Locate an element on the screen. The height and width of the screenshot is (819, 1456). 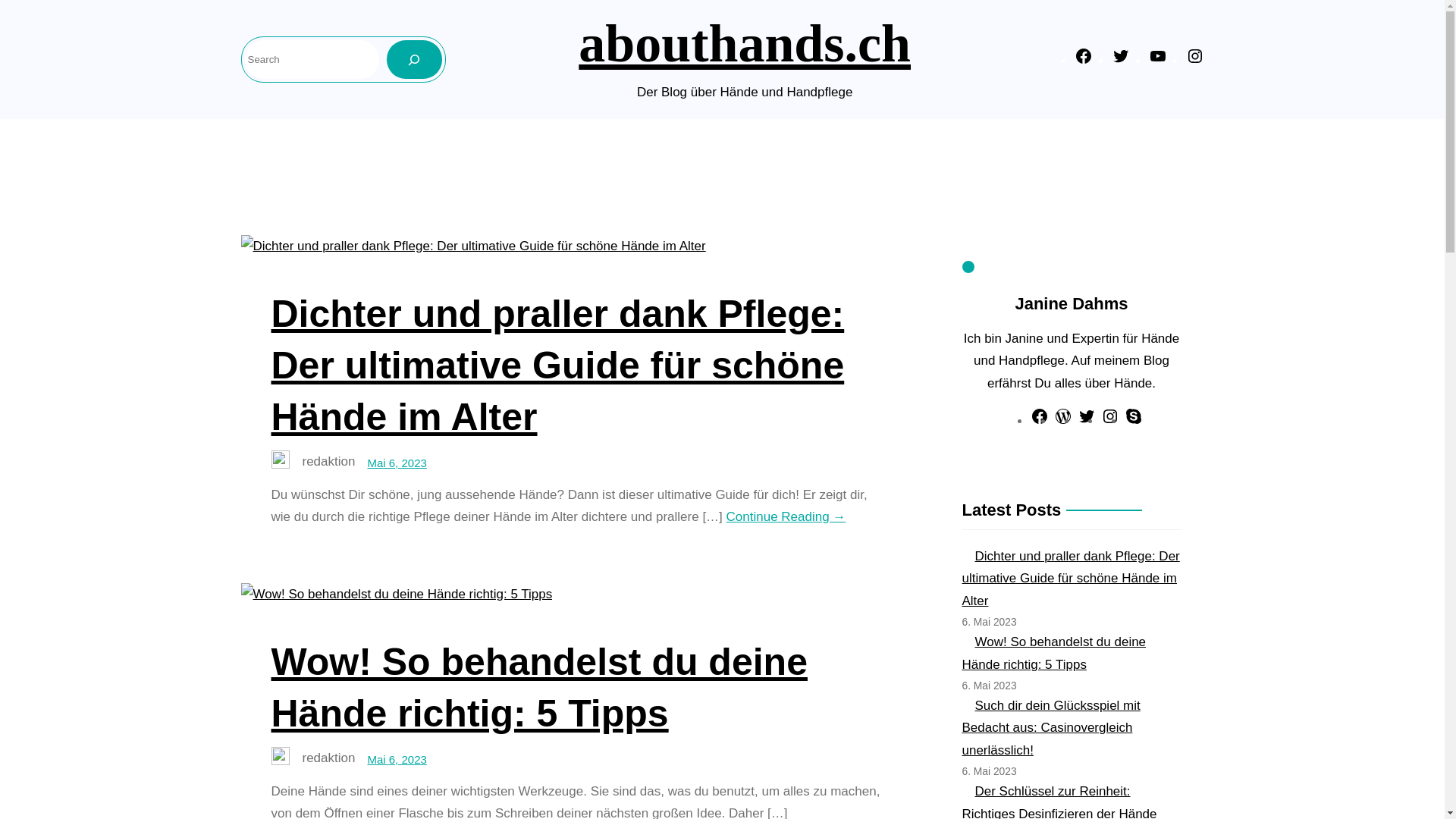
'WordPress' is located at coordinates (1062, 421).